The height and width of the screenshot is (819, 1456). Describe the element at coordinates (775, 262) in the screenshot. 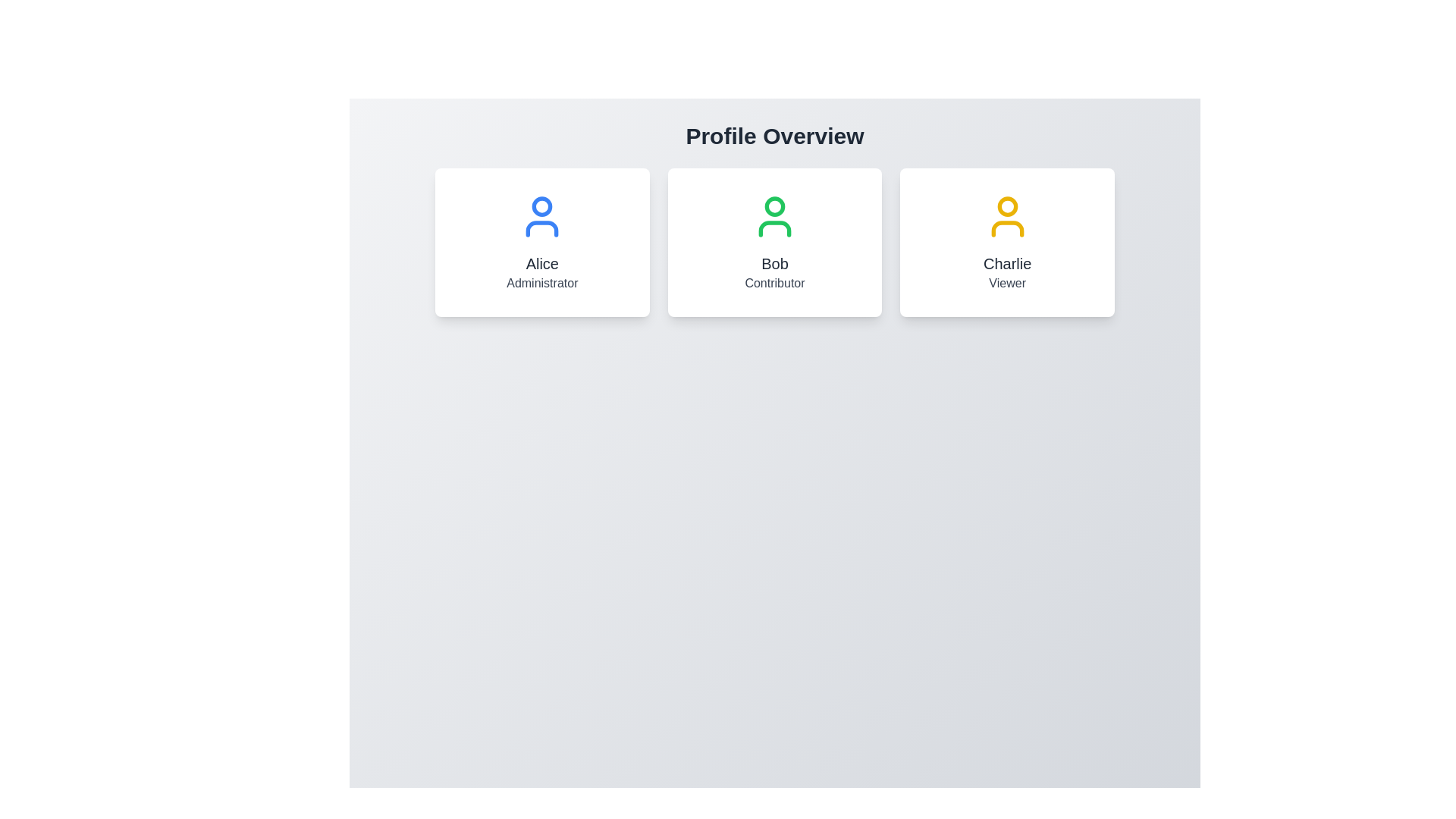

I see `the user name label 'Bob' which is located beneath an icon and above the text 'Contributor' within the user profile card layout` at that location.